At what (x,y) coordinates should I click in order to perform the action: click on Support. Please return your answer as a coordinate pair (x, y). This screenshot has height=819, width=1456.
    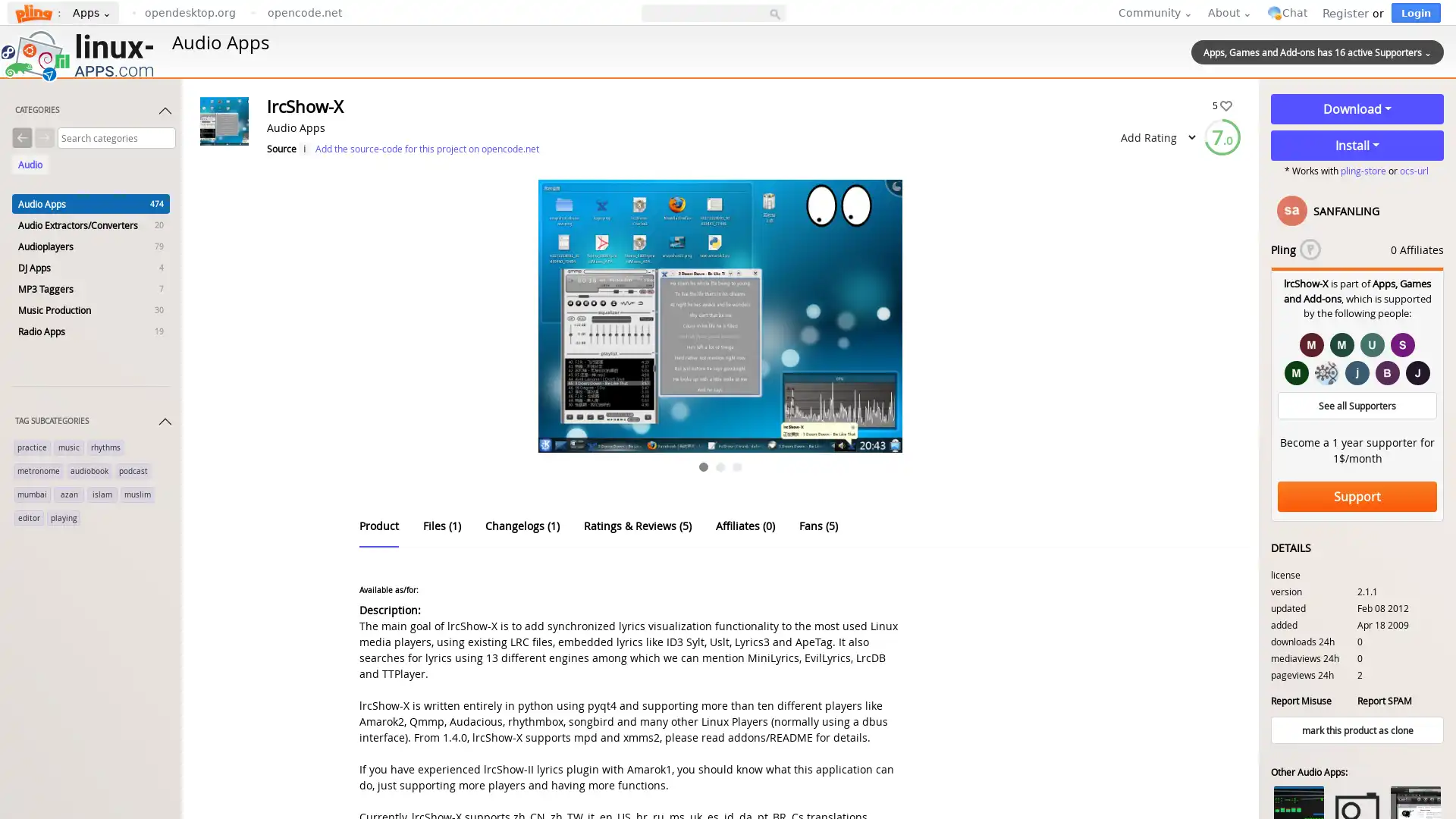
    Looking at the image, I should click on (1357, 496).